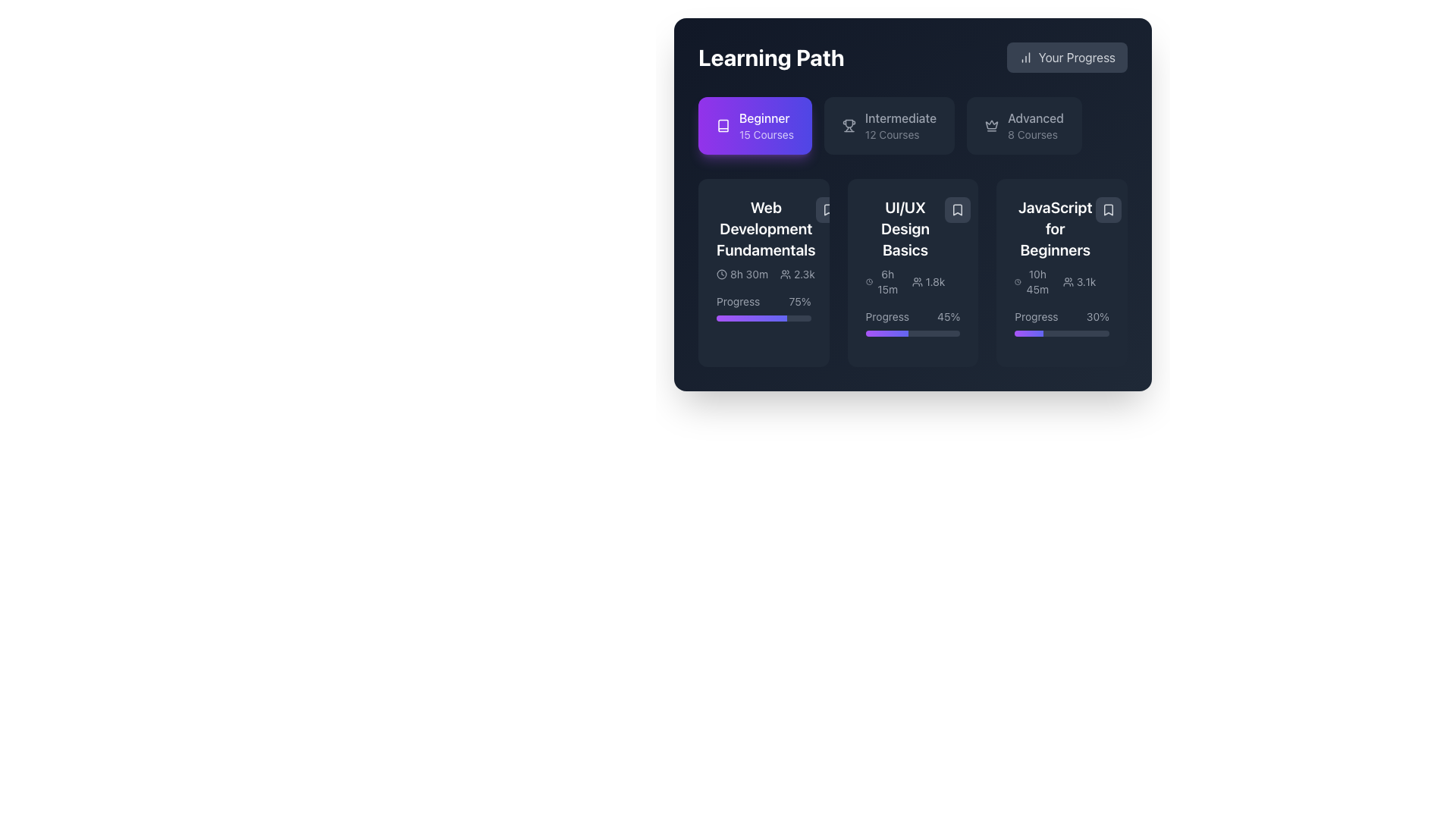 This screenshot has width=1456, height=819. What do you see at coordinates (764, 318) in the screenshot?
I see `the Progress bar that represents the 75% completion status within the Web Development Fundamentals card` at bounding box center [764, 318].